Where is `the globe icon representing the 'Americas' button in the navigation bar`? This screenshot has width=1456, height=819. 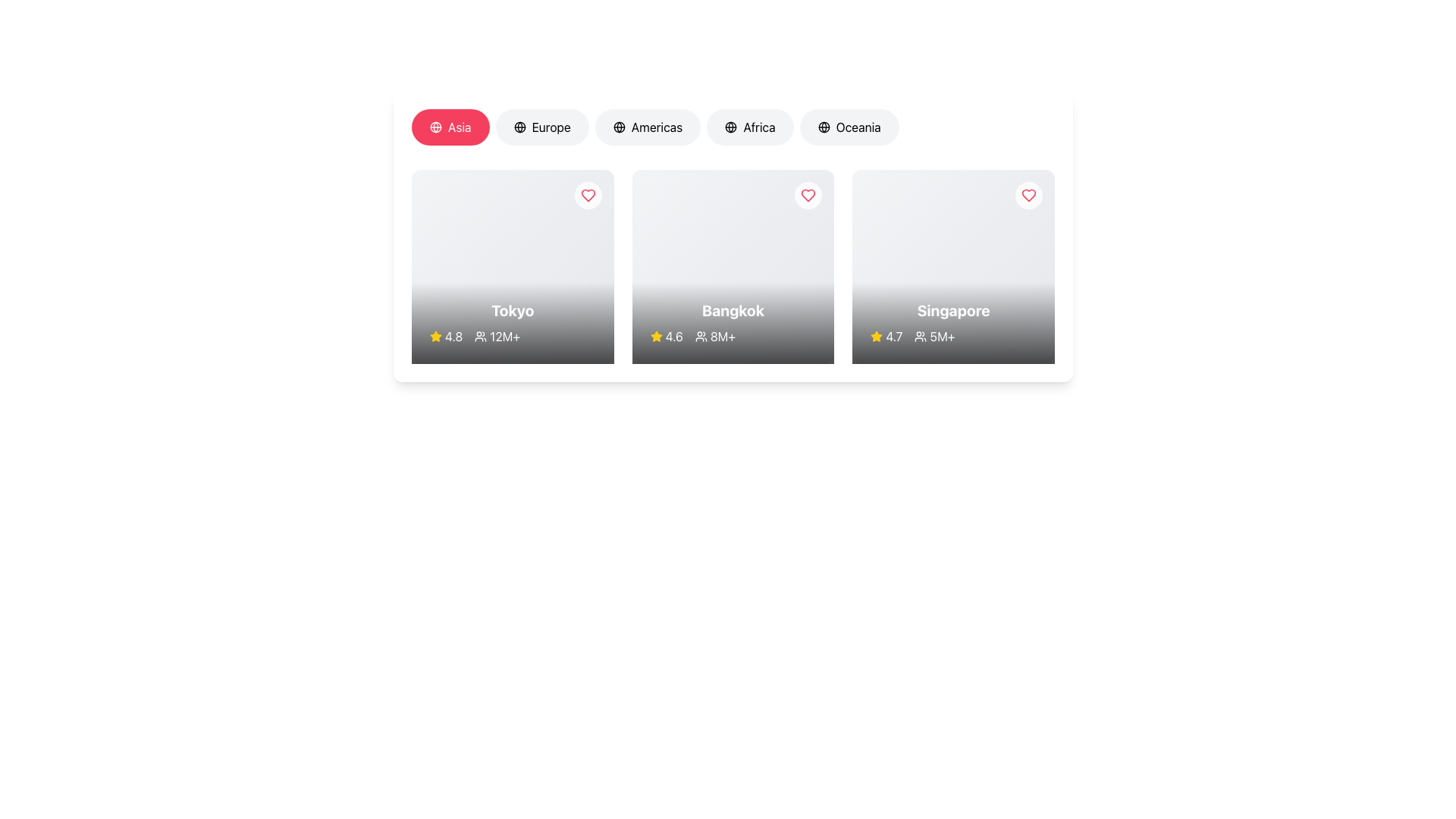
the globe icon representing the 'Americas' button in the navigation bar is located at coordinates (619, 127).